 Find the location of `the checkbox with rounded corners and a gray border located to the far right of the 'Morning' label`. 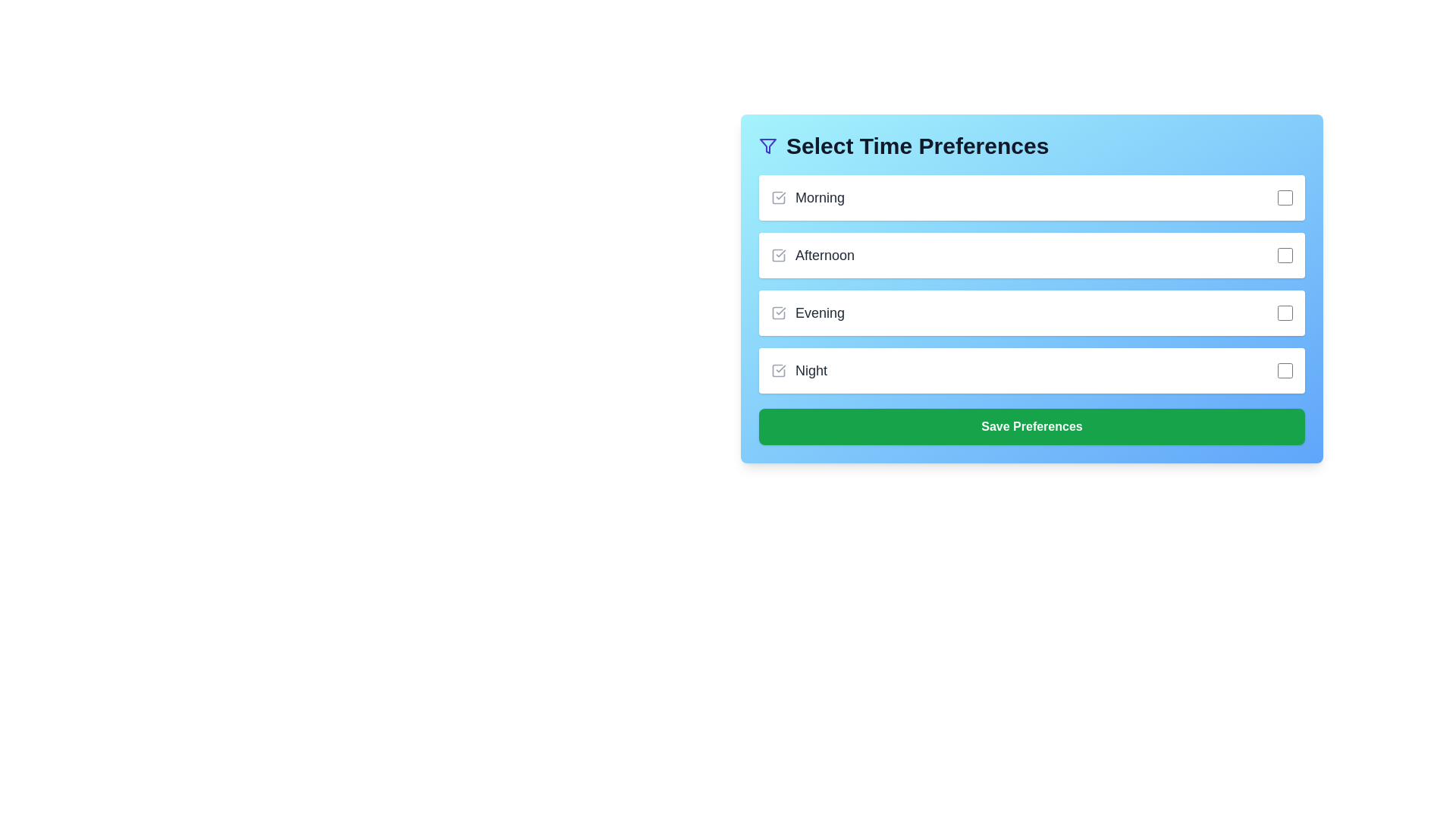

the checkbox with rounded corners and a gray border located to the far right of the 'Morning' label is located at coordinates (1284, 197).